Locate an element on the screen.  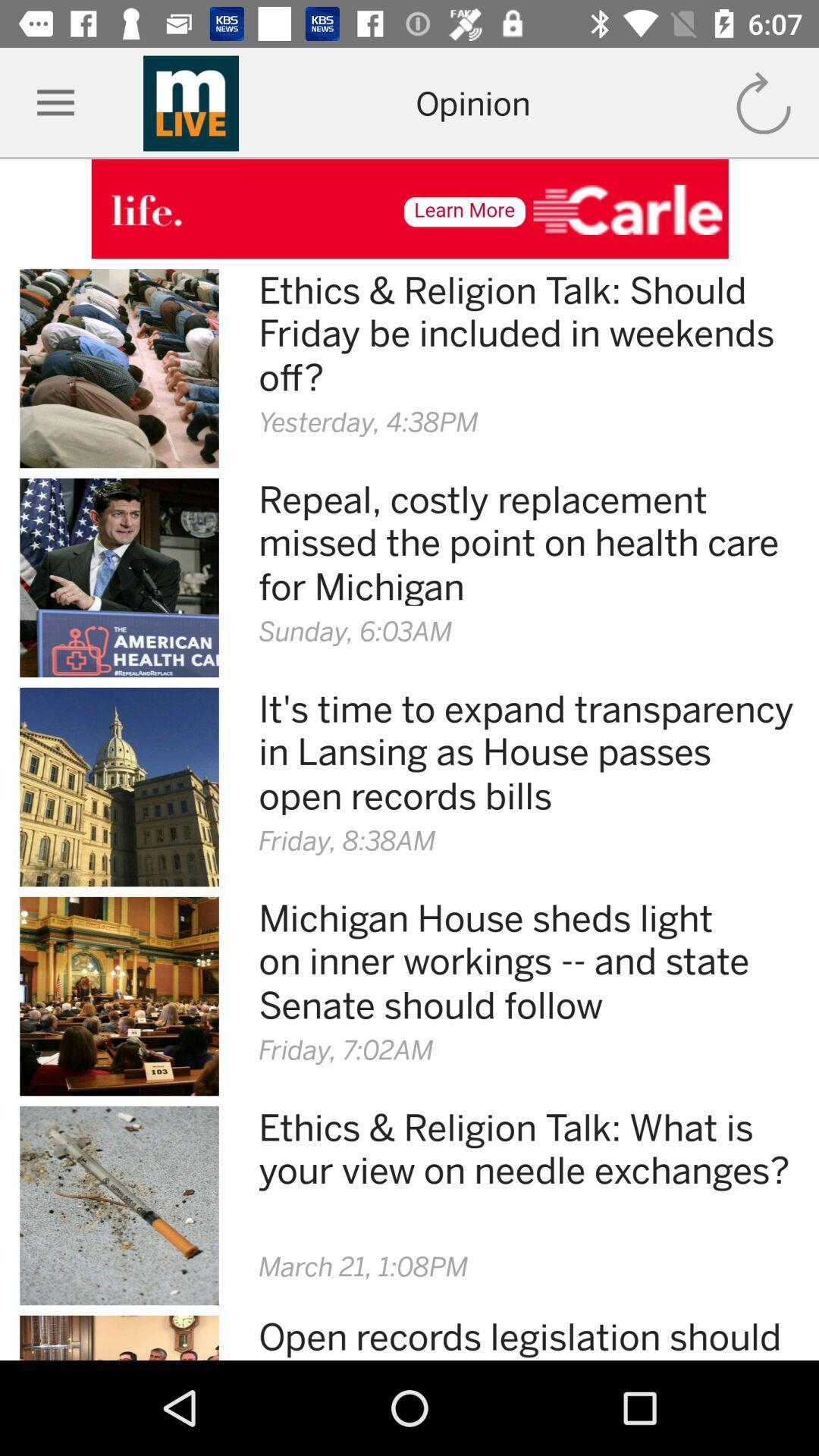
menu is located at coordinates (55, 102).